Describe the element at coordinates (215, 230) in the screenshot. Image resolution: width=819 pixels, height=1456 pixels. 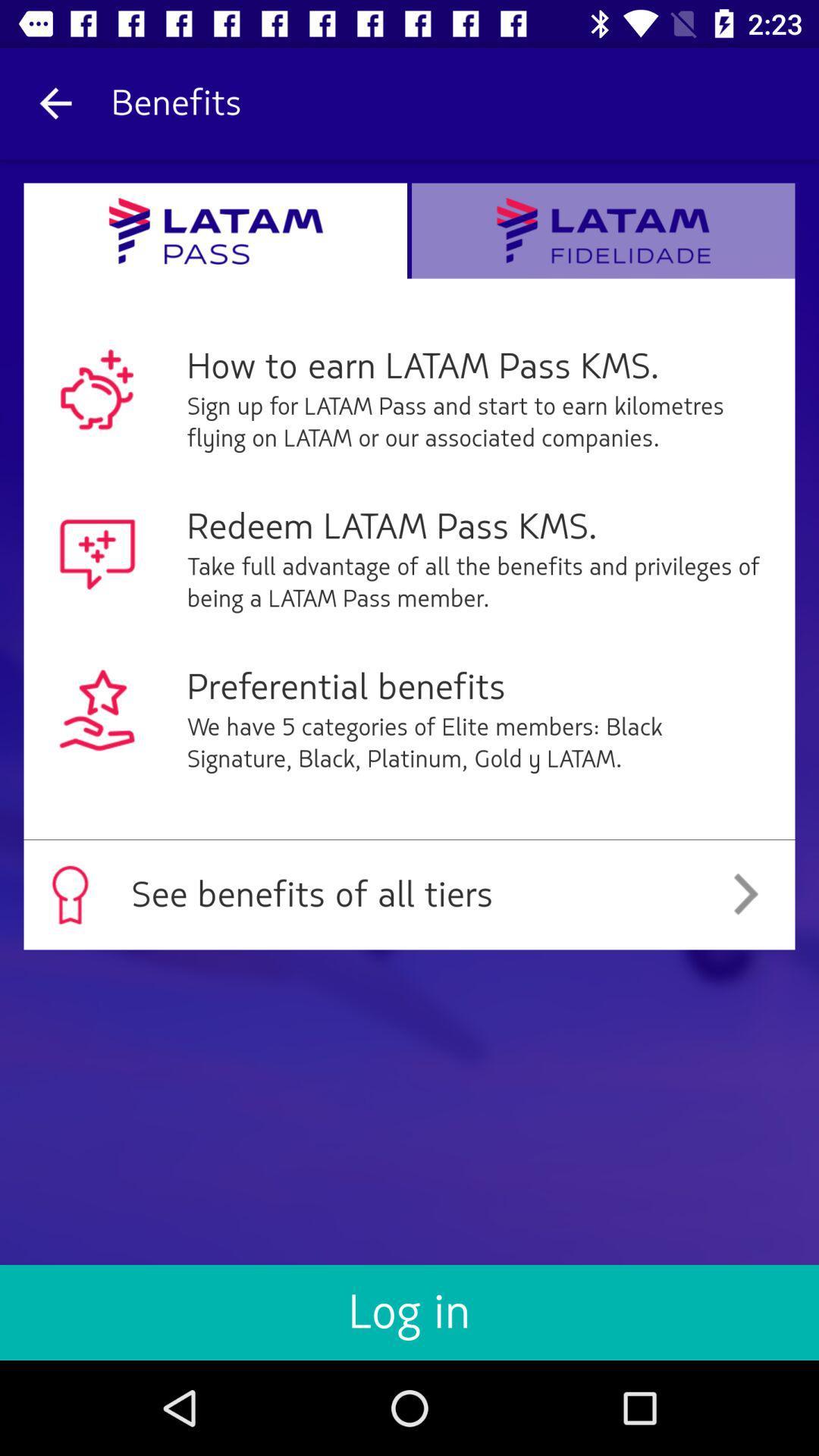
I see `open latam pass page` at that location.